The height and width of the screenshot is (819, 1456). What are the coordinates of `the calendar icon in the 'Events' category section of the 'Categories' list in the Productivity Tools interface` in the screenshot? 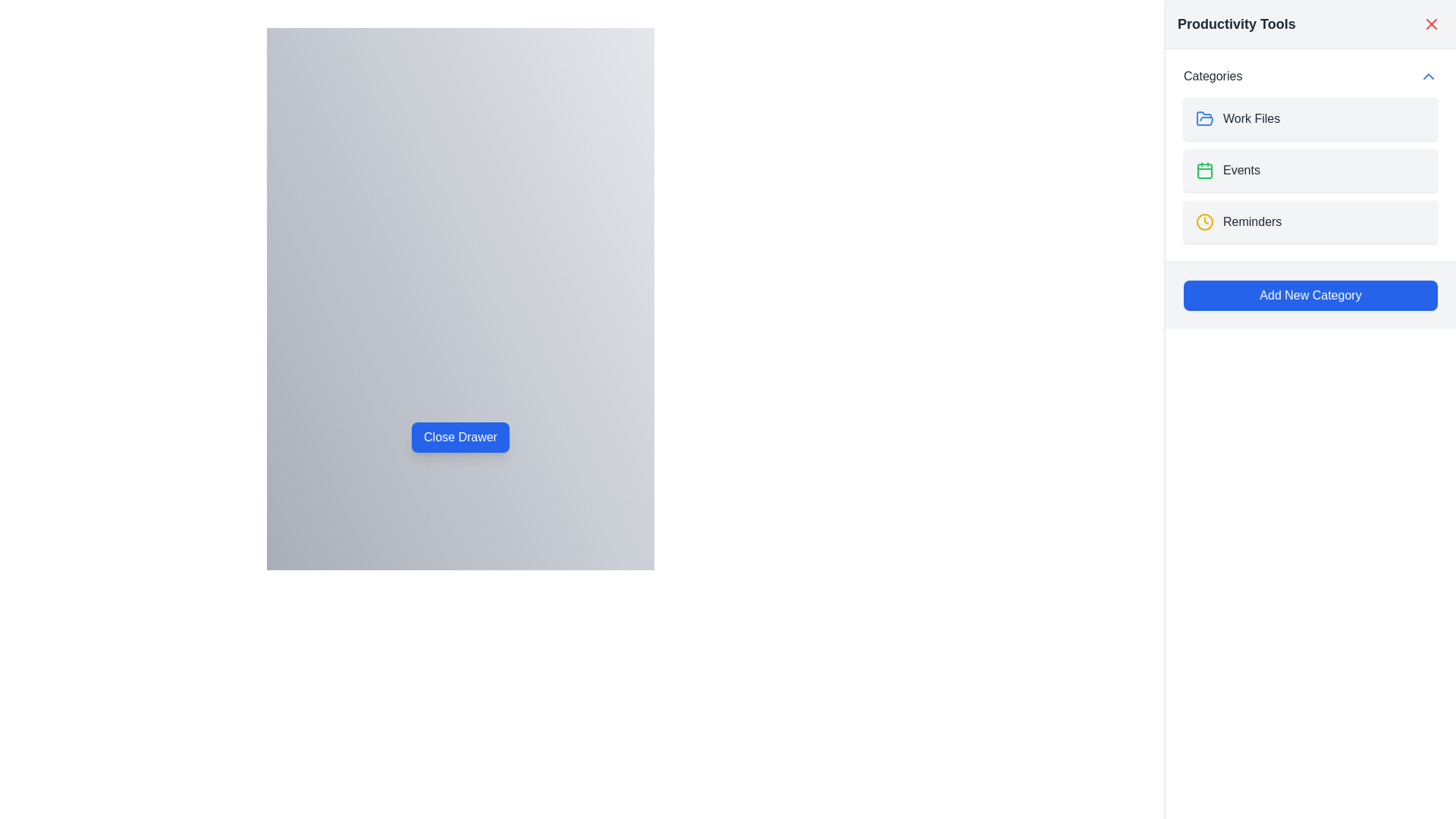 It's located at (1203, 170).